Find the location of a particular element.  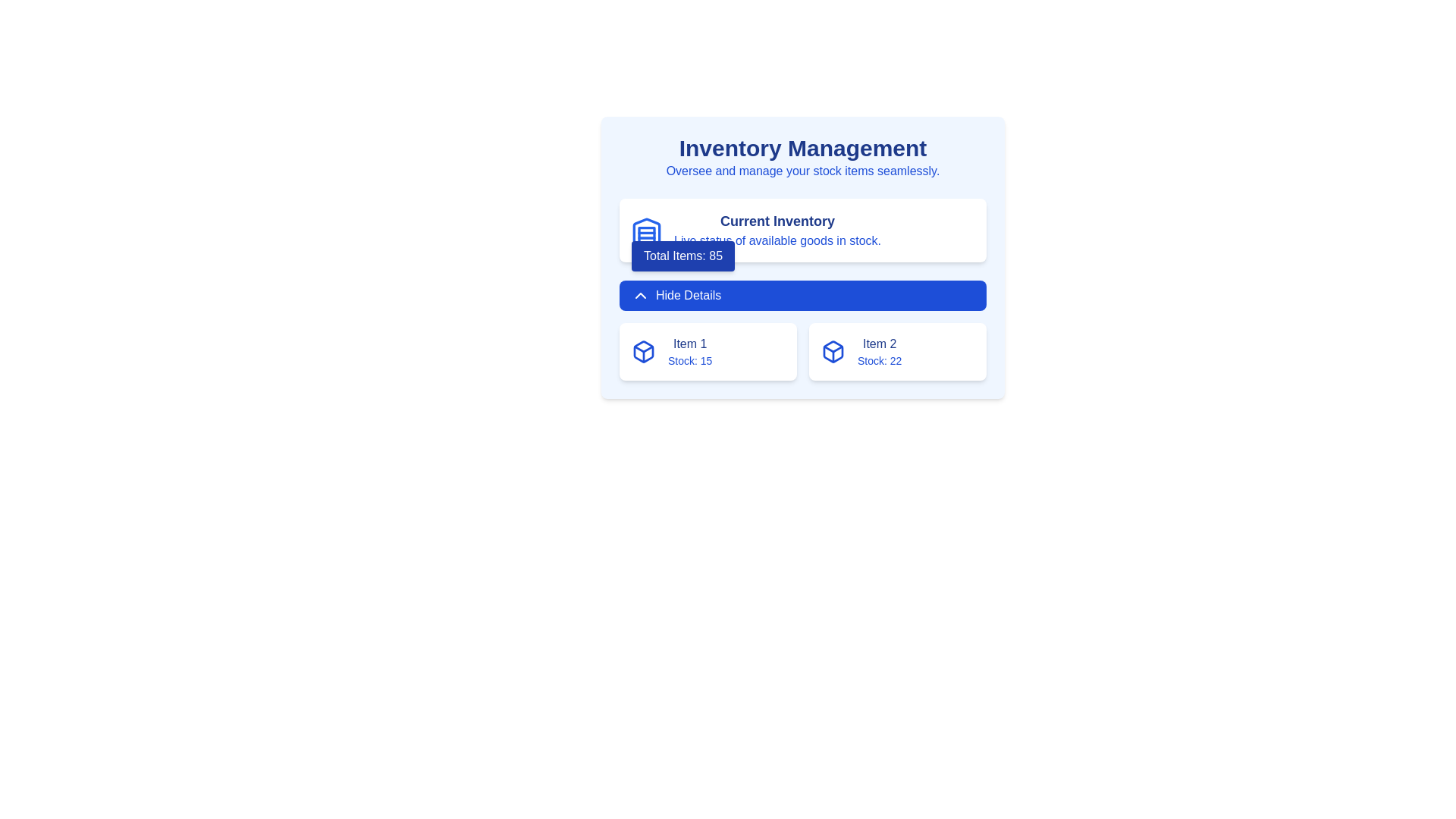

the blue warehouse icon located to the left of the 'Current Inventory' text, which represents the inventory module is located at coordinates (647, 231).